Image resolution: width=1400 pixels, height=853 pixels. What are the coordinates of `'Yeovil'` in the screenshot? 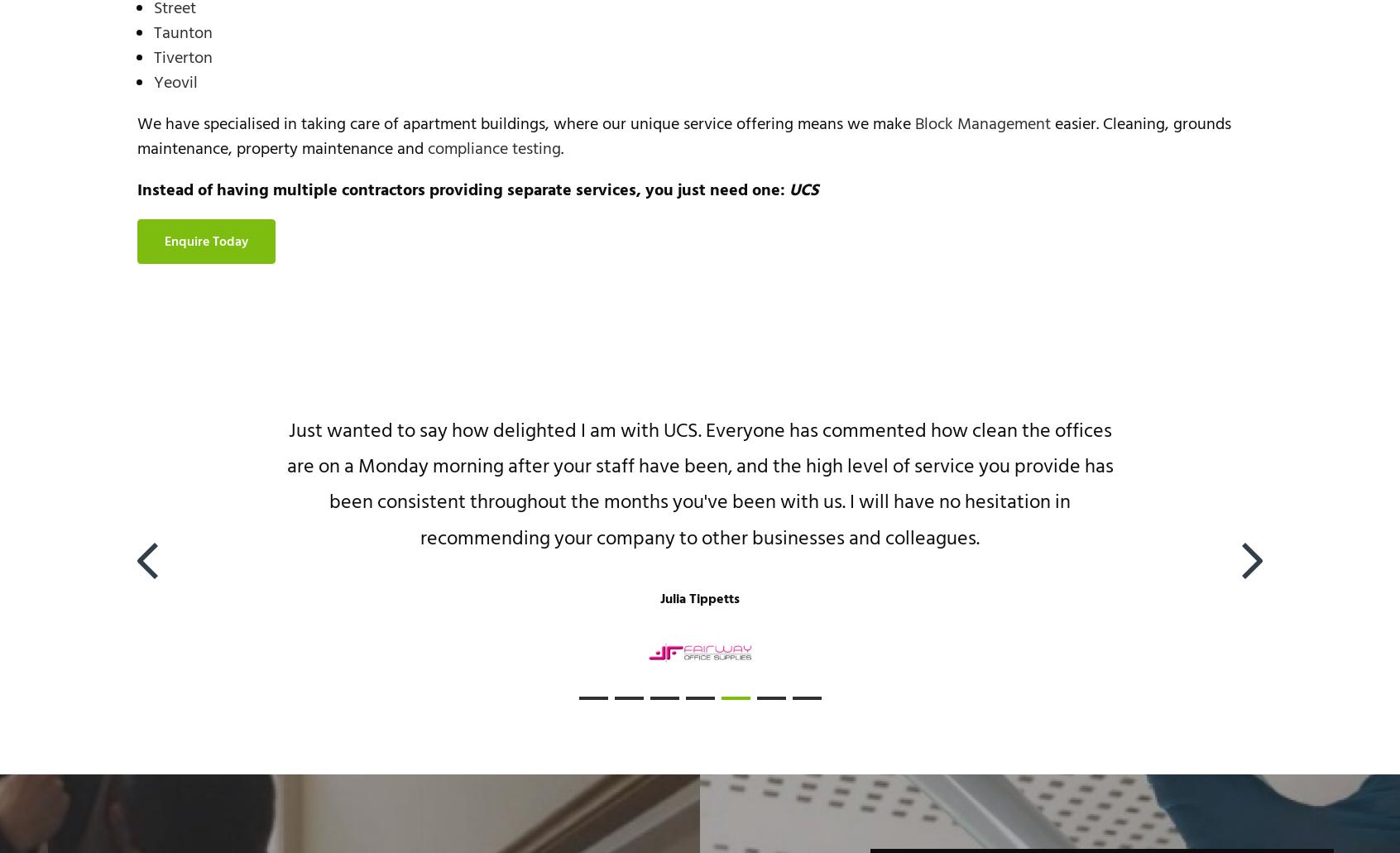 It's located at (175, 83).